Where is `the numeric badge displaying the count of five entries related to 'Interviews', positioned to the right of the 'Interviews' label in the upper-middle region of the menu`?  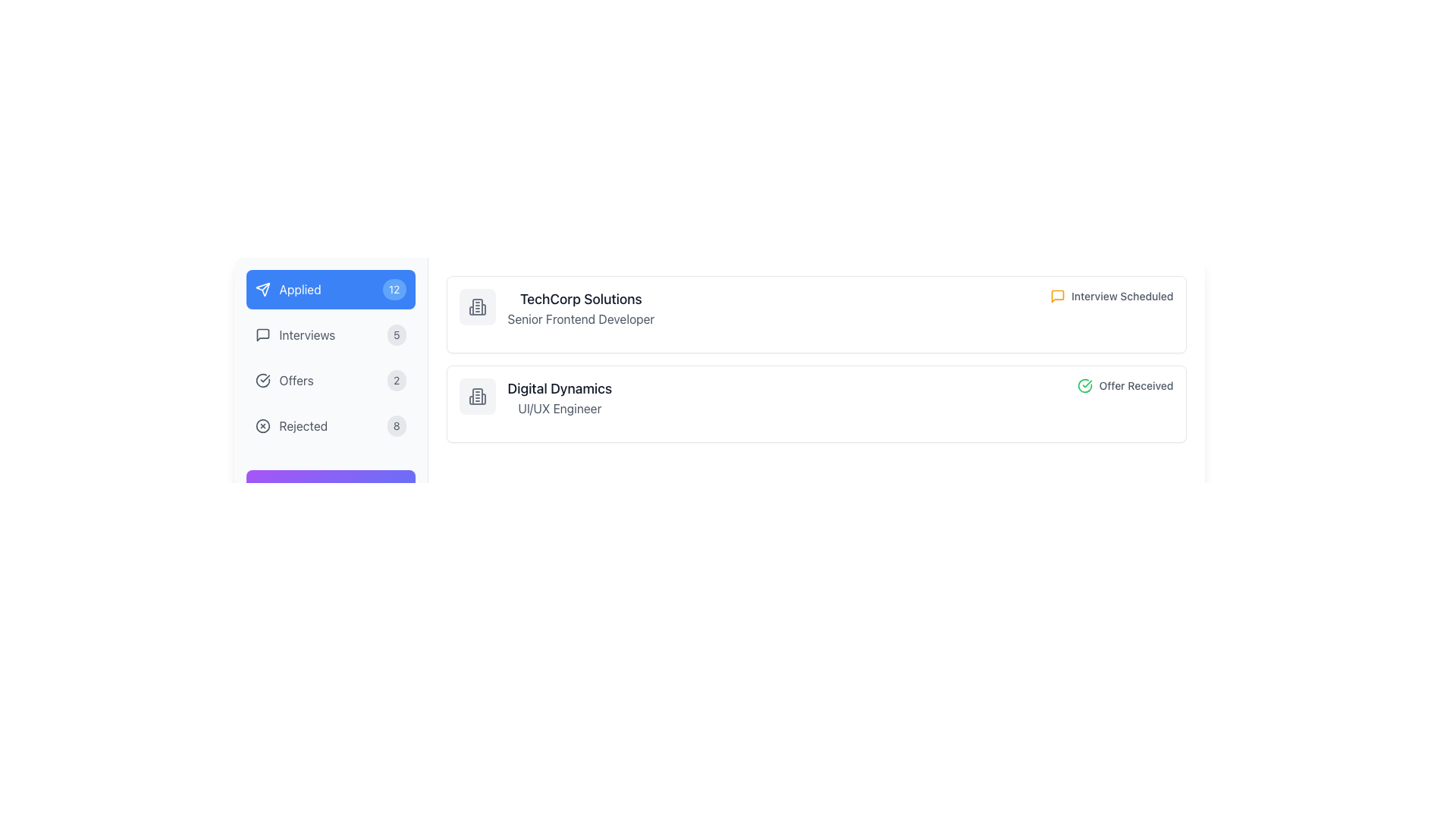
the numeric badge displaying the count of five entries related to 'Interviews', positioned to the right of the 'Interviews' label in the upper-middle region of the menu is located at coordinates (397, 334).